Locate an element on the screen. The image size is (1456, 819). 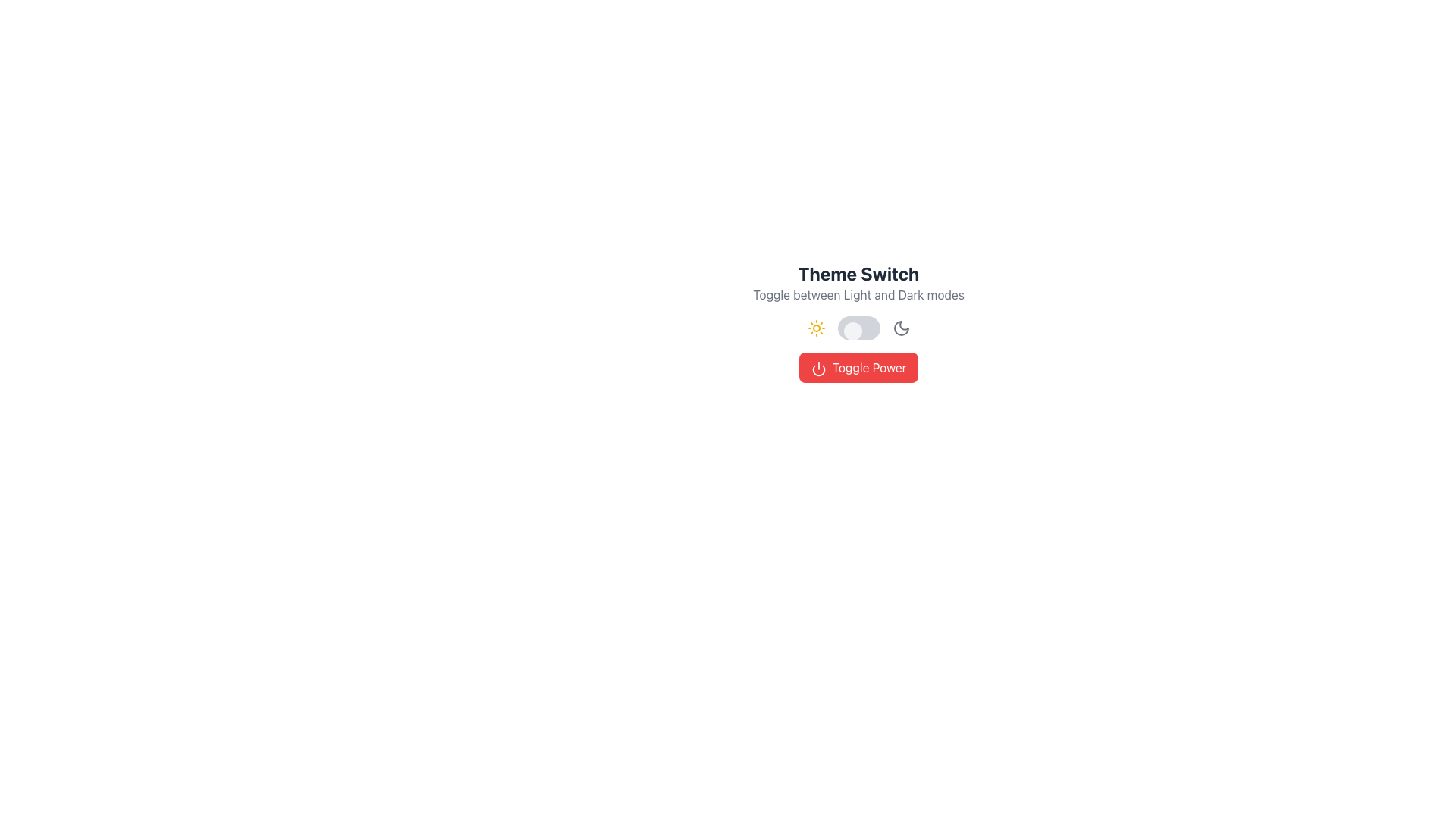
header text that indicates the section for toggling between light and dark visual modes, located above the subtitle 'Toggle between Light and Dark modes' is located at coordinates (858, 274).